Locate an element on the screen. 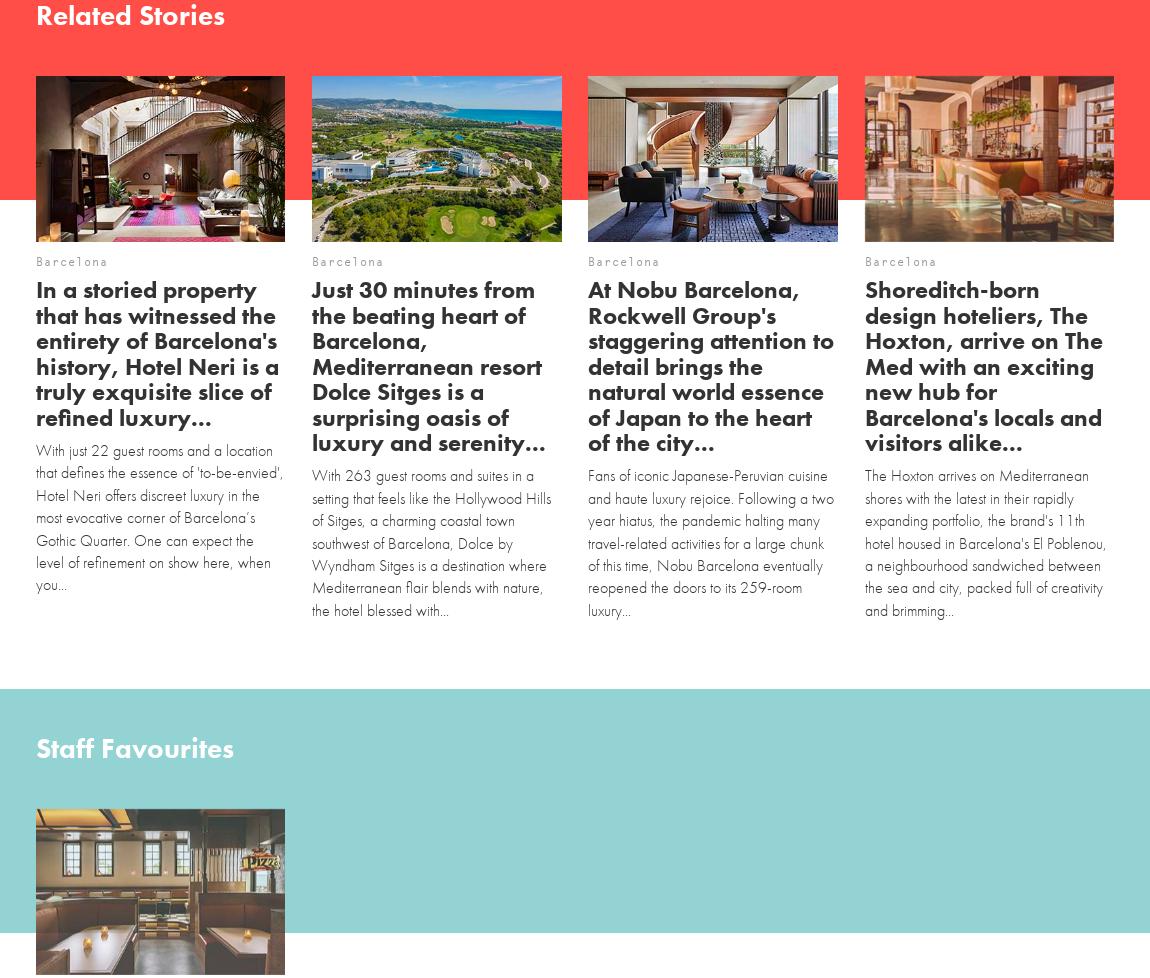 Image resolution: width=1150 pixels, height=978 pixels. 'Fans of iconic Japanese-Peruvian cuisine and haute luxury rejoice. Following a two year hiatus, the pandemic halting many travel-related activities for a large chunk of this time, Nobu Barcelona eventually reopened the doors to its 259-room luxury...' is located at coordinates (710, 542).